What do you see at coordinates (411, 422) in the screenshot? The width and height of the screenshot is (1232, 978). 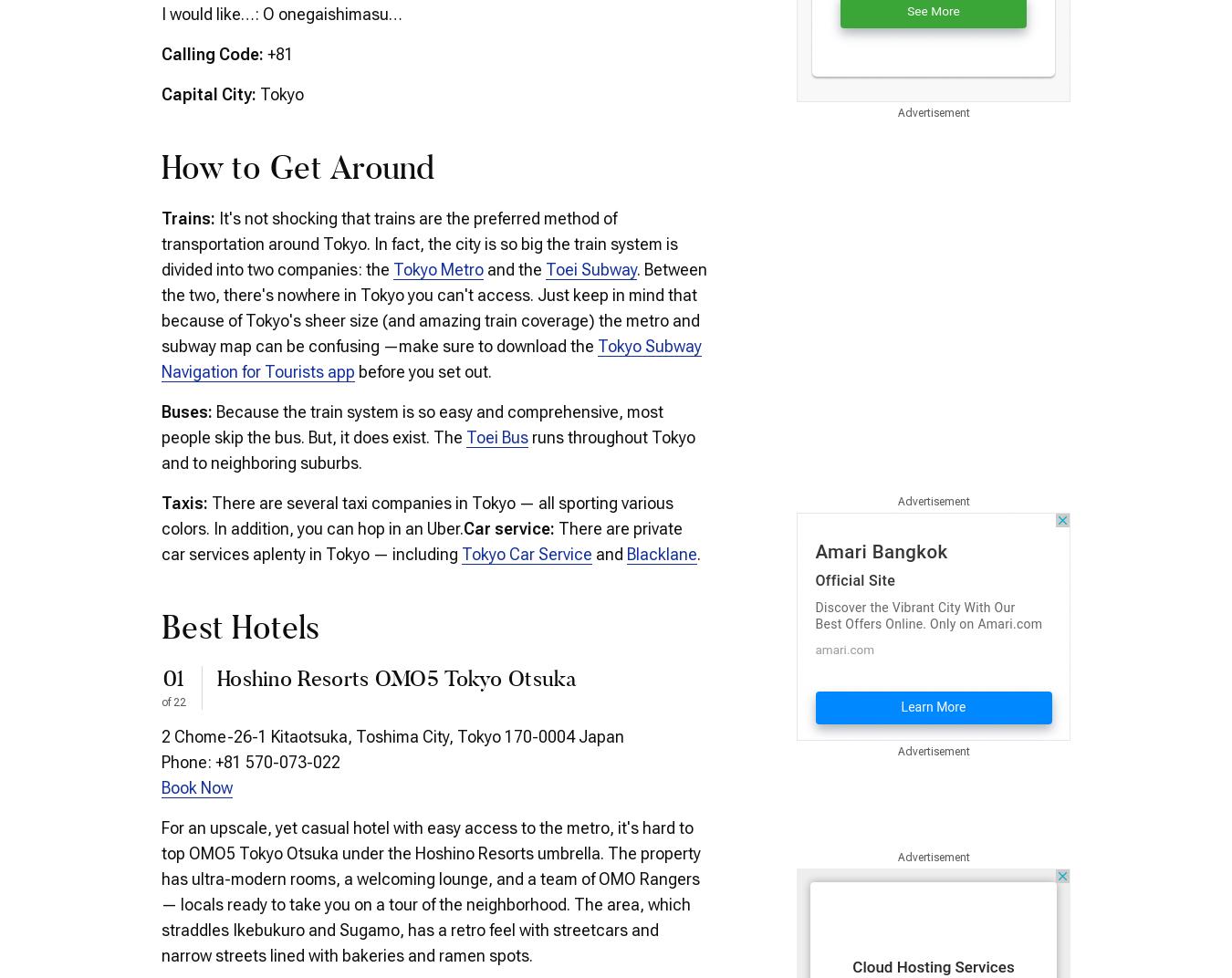 I see `'Because the train system is so easy and comprehensive, most people skip the bus. But, it does exist. The'` at bounding box center [411, 422].